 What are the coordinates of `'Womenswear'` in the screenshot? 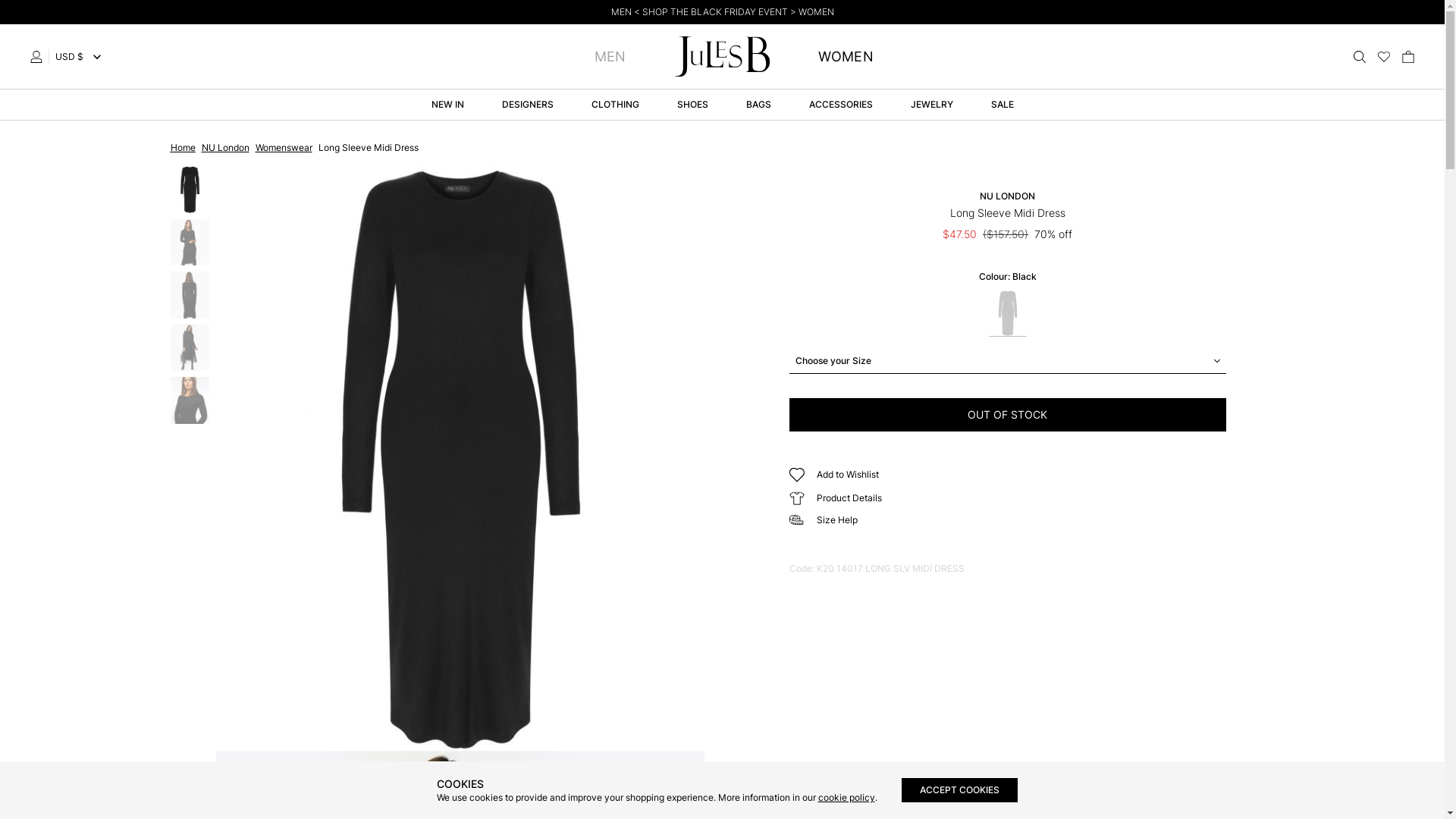 It's located at (283, 148).